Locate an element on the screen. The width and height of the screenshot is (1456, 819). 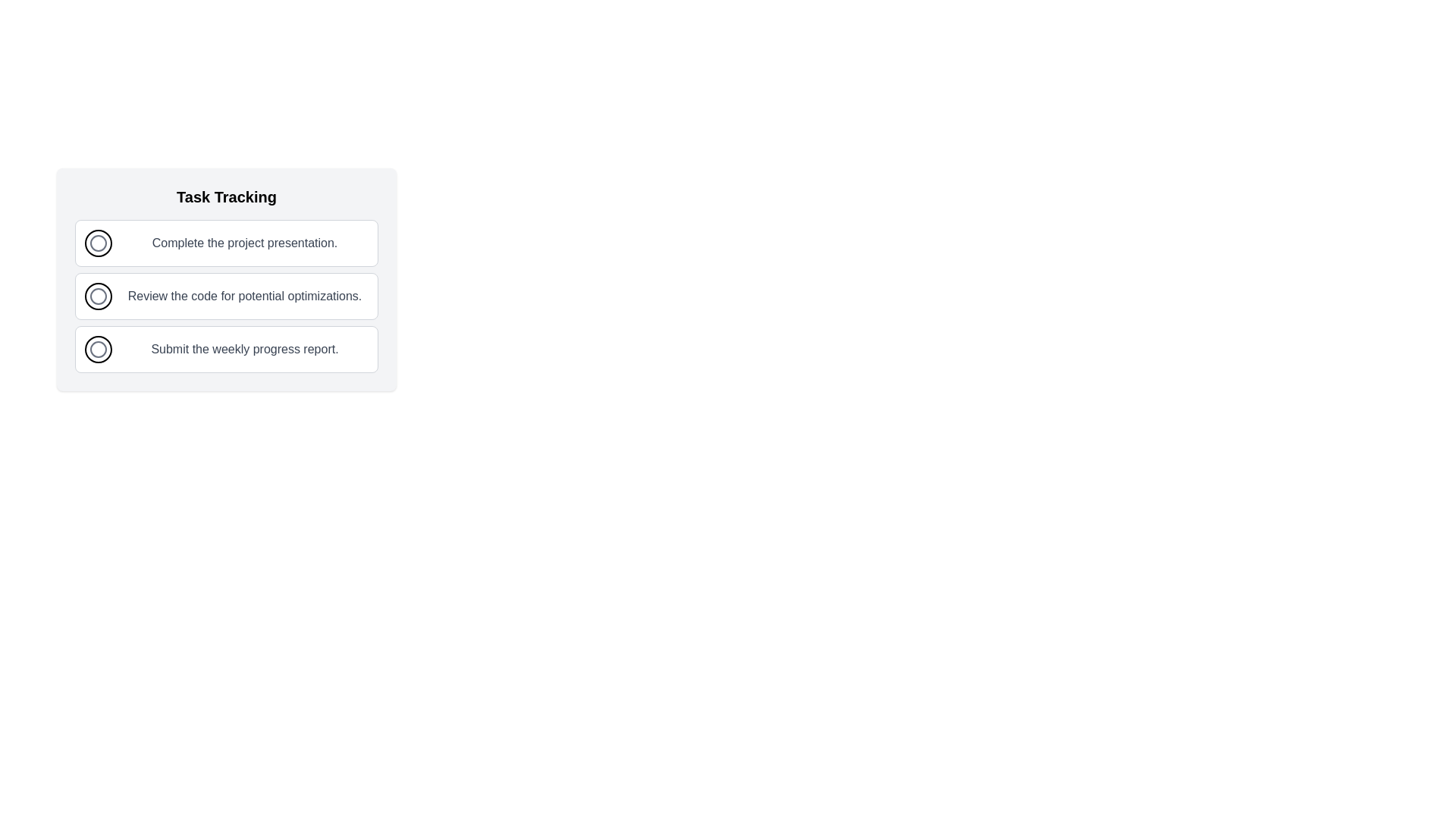
the text label for the first task item in the task list, which is located to the right of its corresponding circular checkbox is located at coordinates (244, 242).